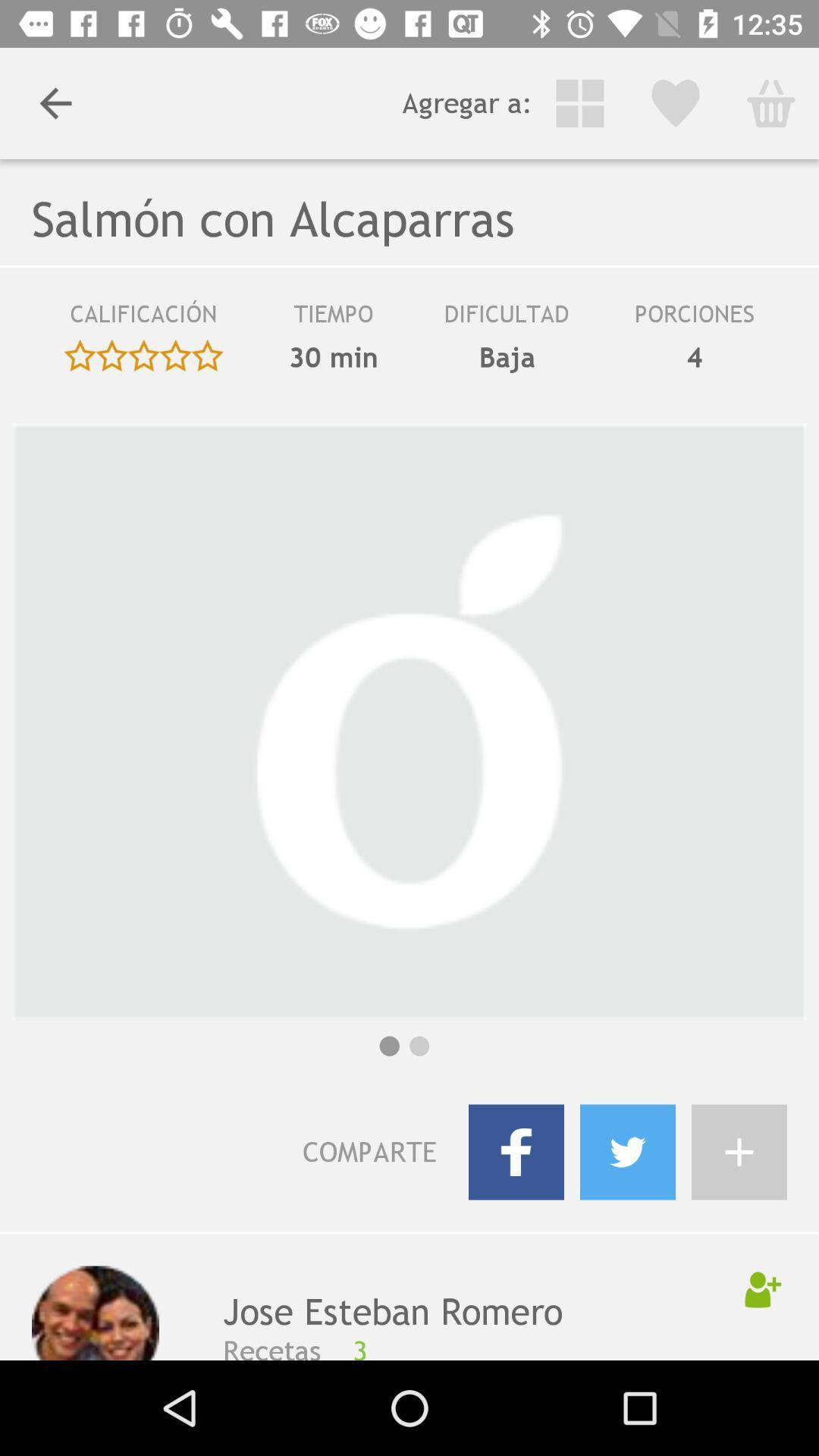  What do you see at coordinates (464, 1311) in the screenshot?
I see `the icon above the recetas item` at bounding box center [464, 1311].